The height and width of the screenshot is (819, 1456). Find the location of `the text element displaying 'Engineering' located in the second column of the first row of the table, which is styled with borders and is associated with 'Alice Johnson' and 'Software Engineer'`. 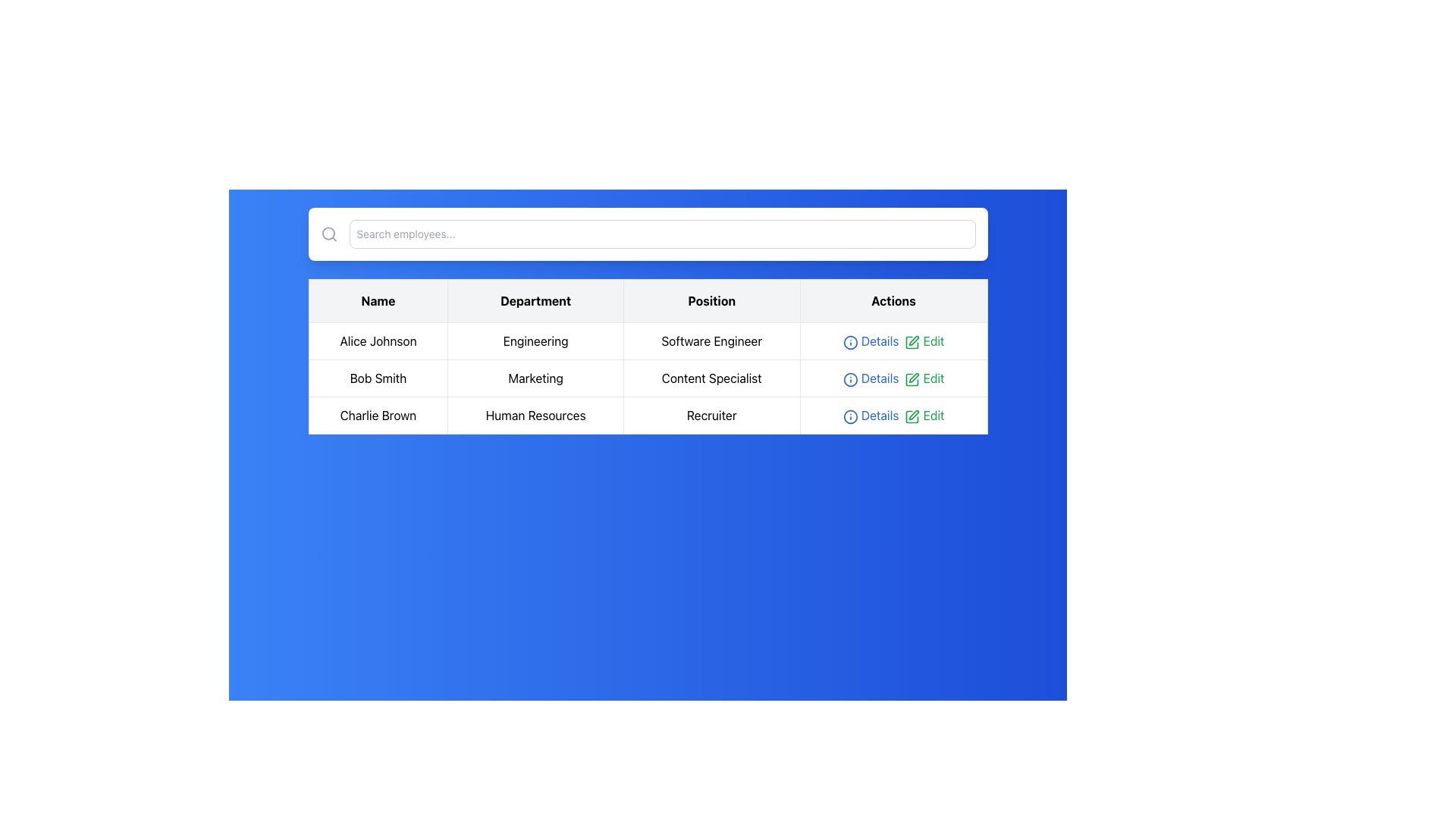

the text element displaying 'Engineering' located in the second column of the first row of the table, which is styled with borders and is associated with 'Alice Johnson' and 'Software Engineer' is located at coordinates (535, 341).